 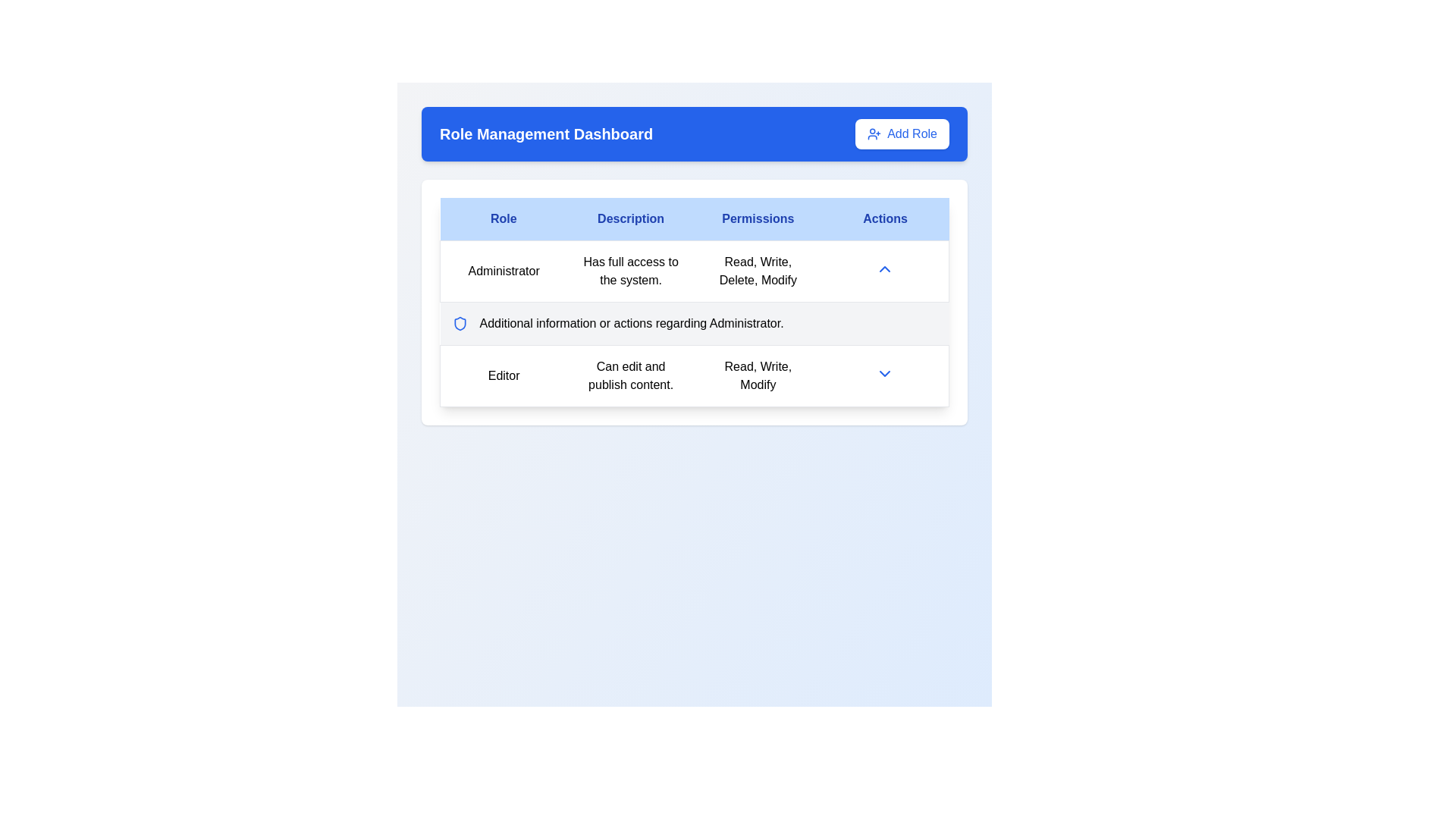 I want to click on the text label that describes the role 'Administrator' in the 'Role Management Dashboard', located in the second column of the first row of the data table, so click(x=631, y=271).